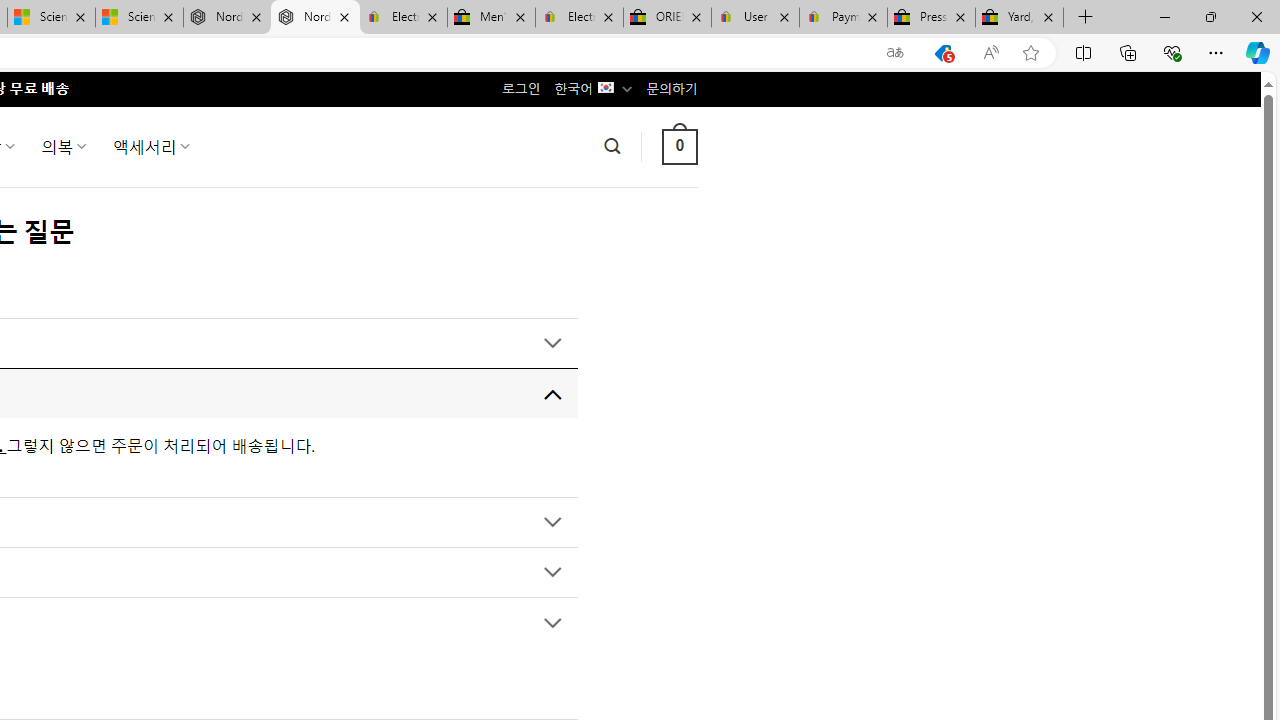 This screenshot has height=720, width=1280. What do you see at coordinates (843, 17) in the screenshot?
I see `'Payments Terms of Use | eBay.com'` at bounding box center [843, 17].